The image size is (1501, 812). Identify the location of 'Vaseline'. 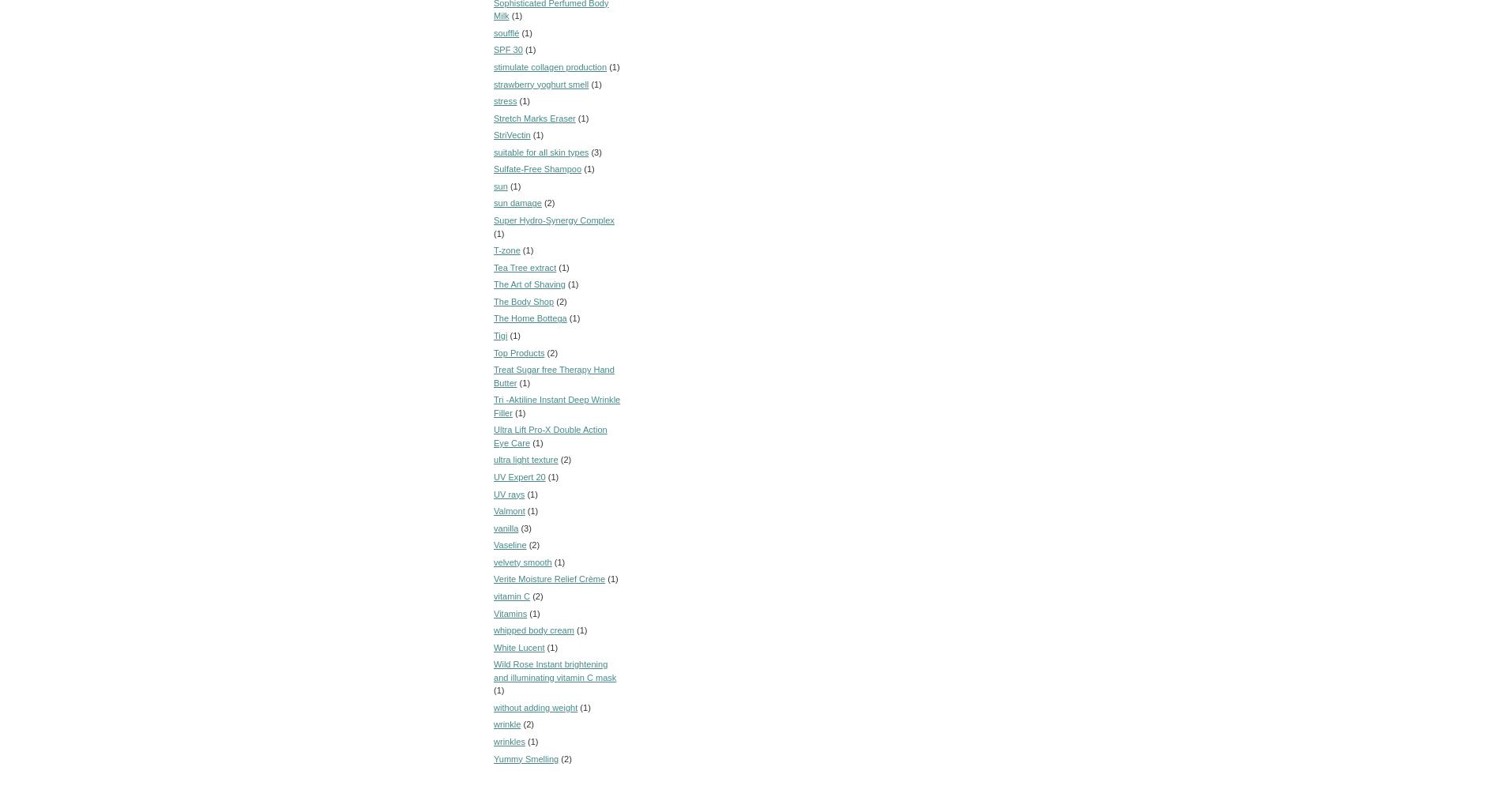
(510, 544).